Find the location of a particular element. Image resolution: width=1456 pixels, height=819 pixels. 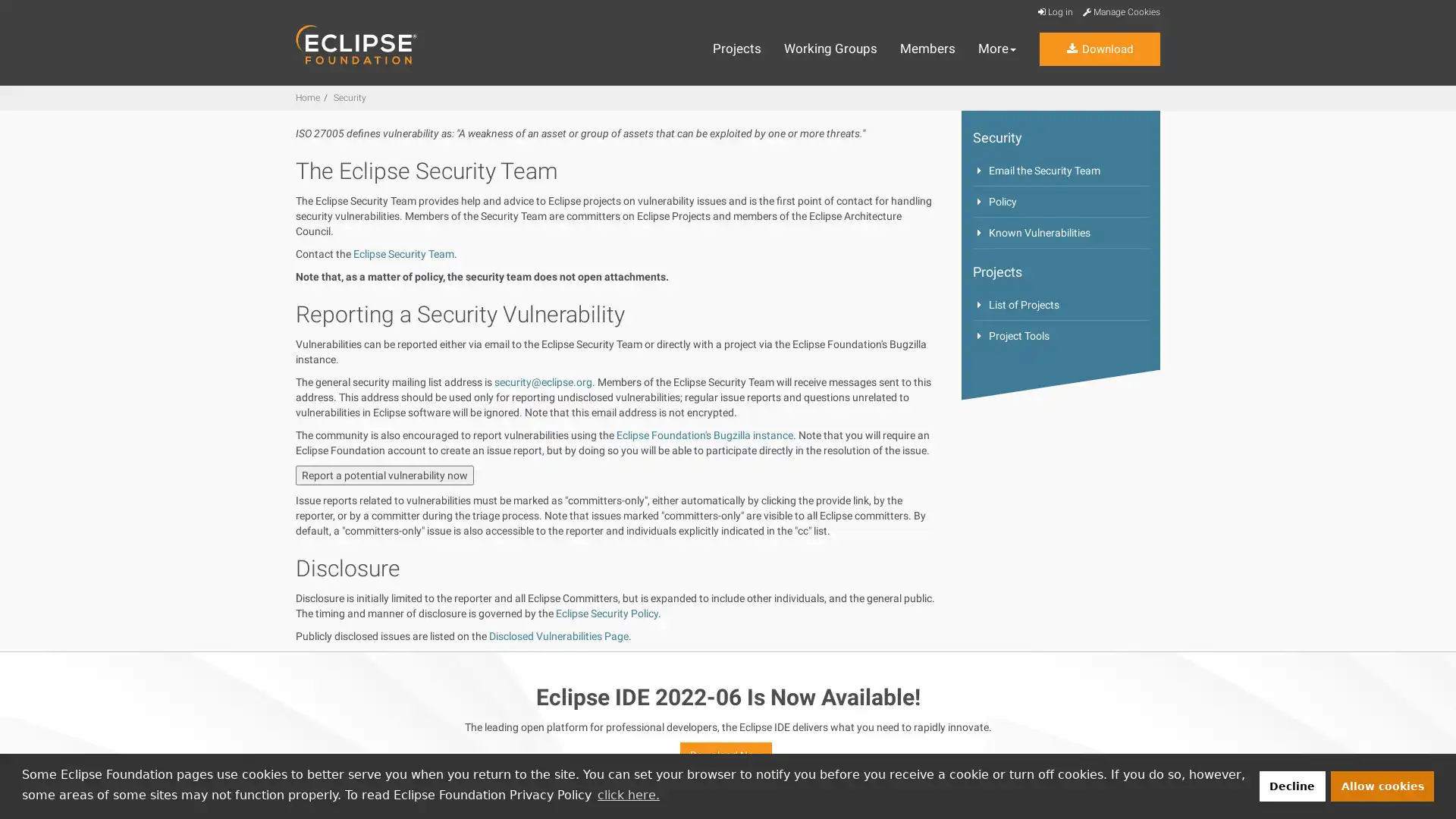

learn more about cookies is located at coordinates (628, 794).